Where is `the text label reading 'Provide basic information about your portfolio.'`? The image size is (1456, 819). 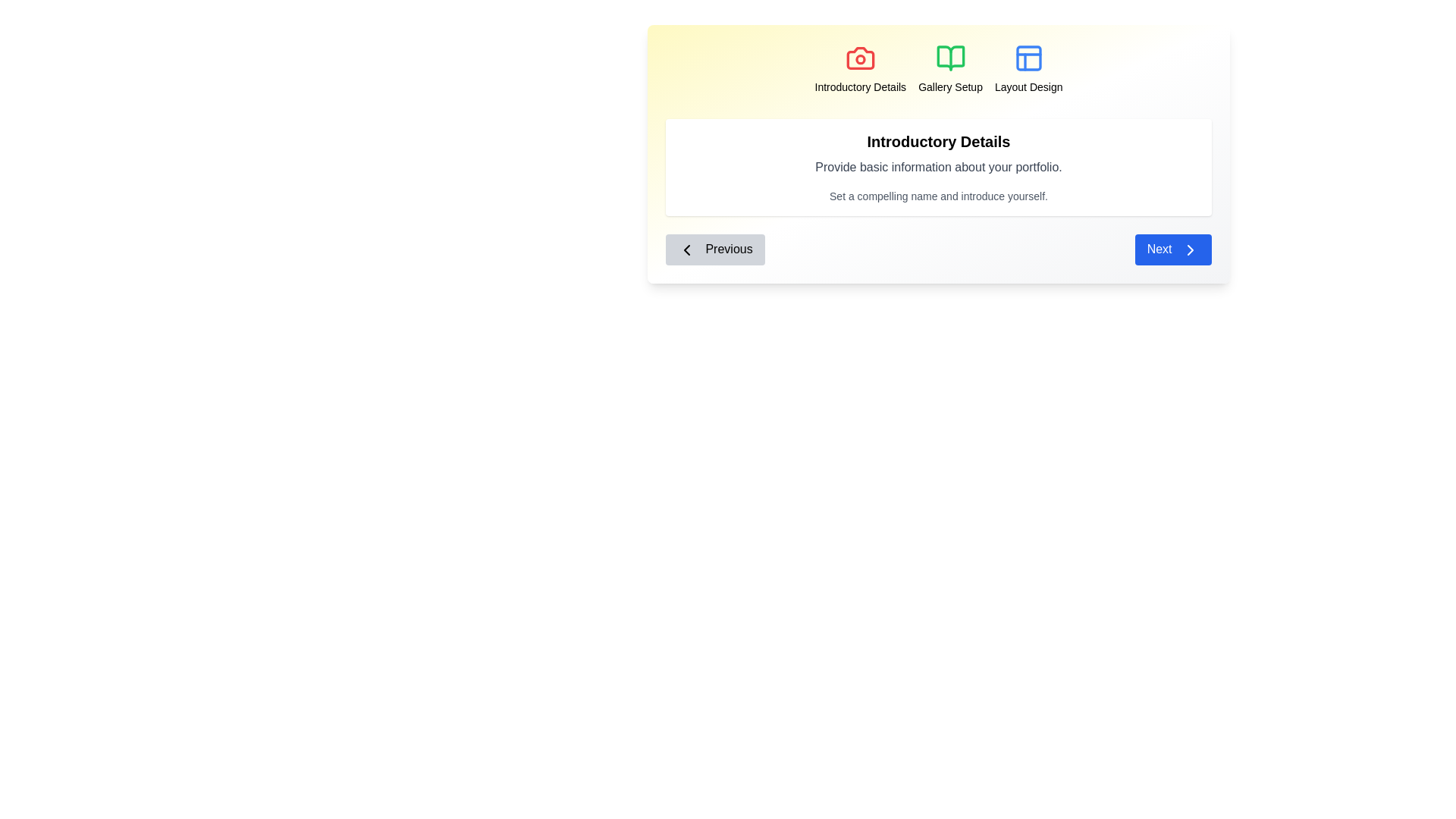 the text label reading 'Provide basic information about your portfolio.' is located at coordinates (938, 167).